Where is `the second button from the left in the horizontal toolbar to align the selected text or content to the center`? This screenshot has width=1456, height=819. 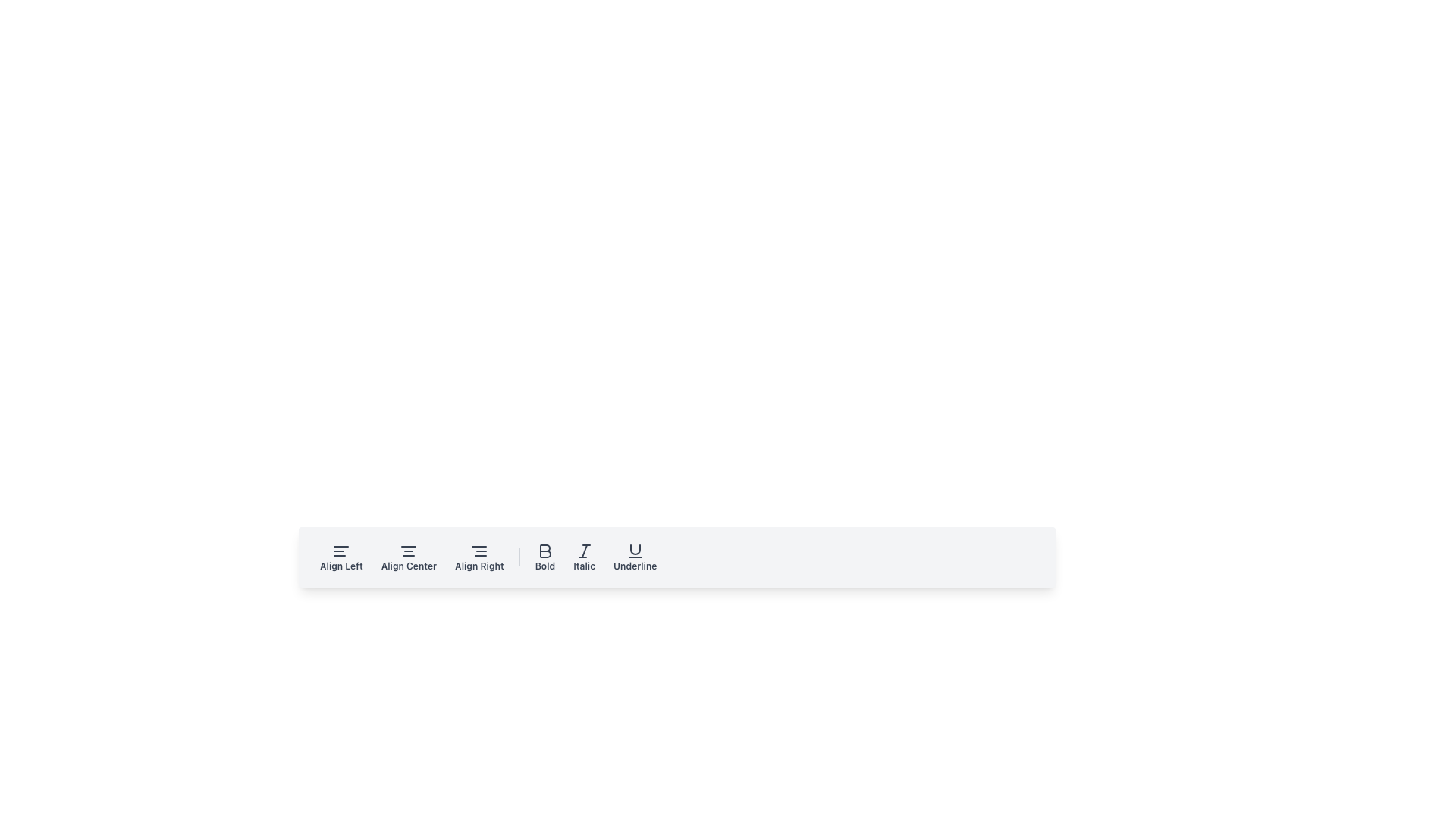
the second button from the left in the horizontal toolbar to align the selected text or content to the center is located at coordinates (409, 557).